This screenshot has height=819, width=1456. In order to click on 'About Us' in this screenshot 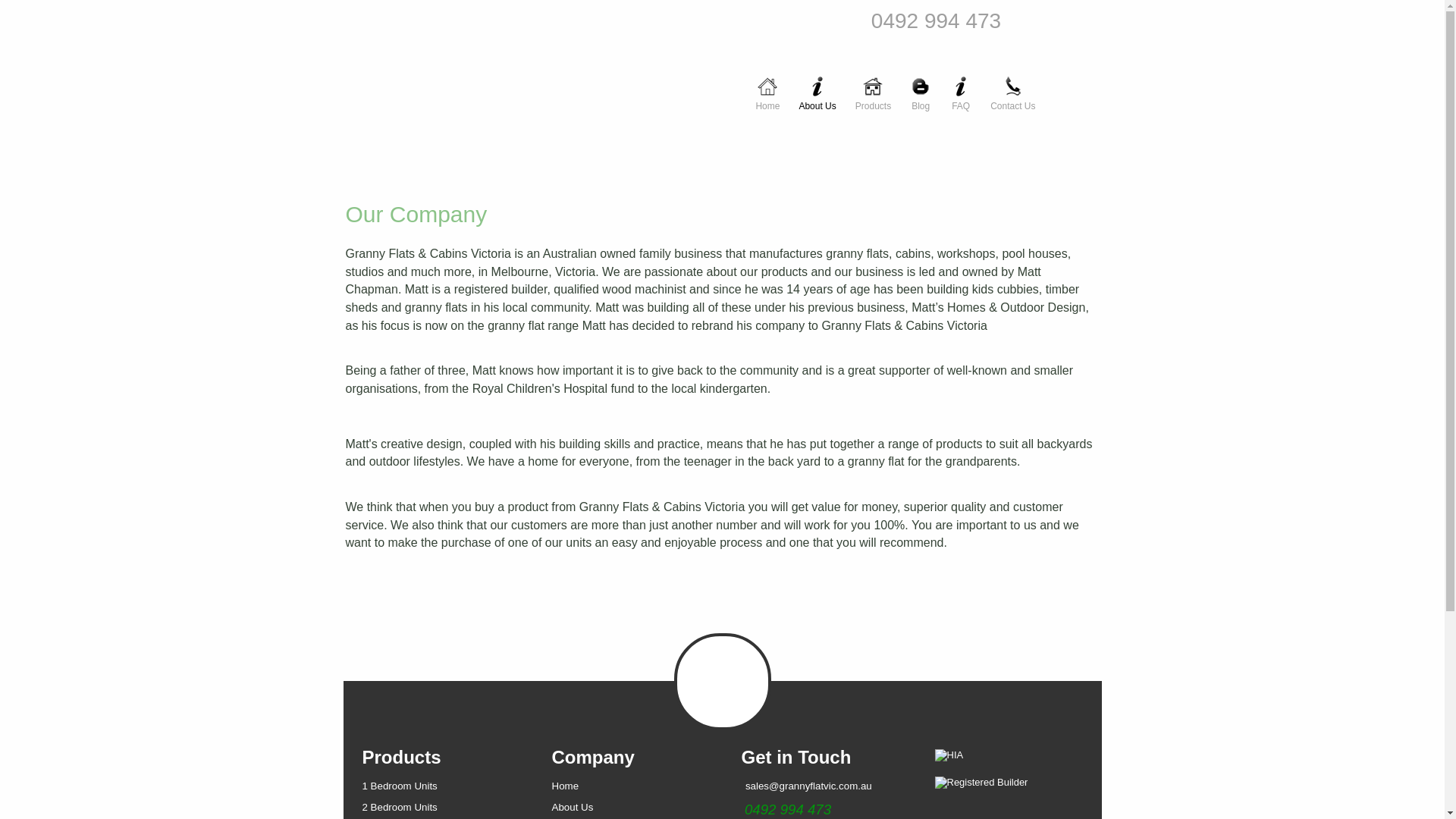, I will do `click(572, 805)`.